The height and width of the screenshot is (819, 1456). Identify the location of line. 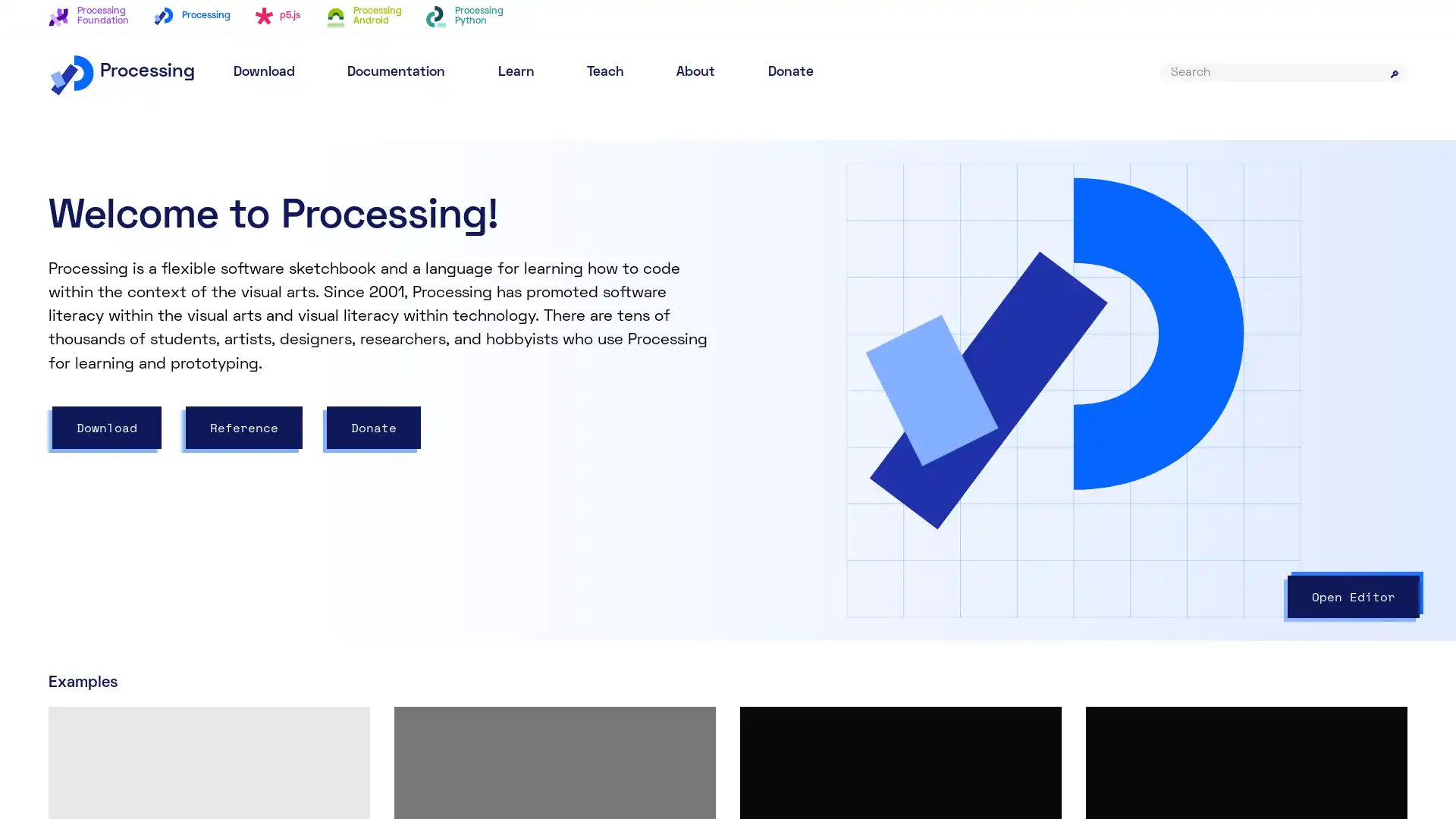
(786, 467).